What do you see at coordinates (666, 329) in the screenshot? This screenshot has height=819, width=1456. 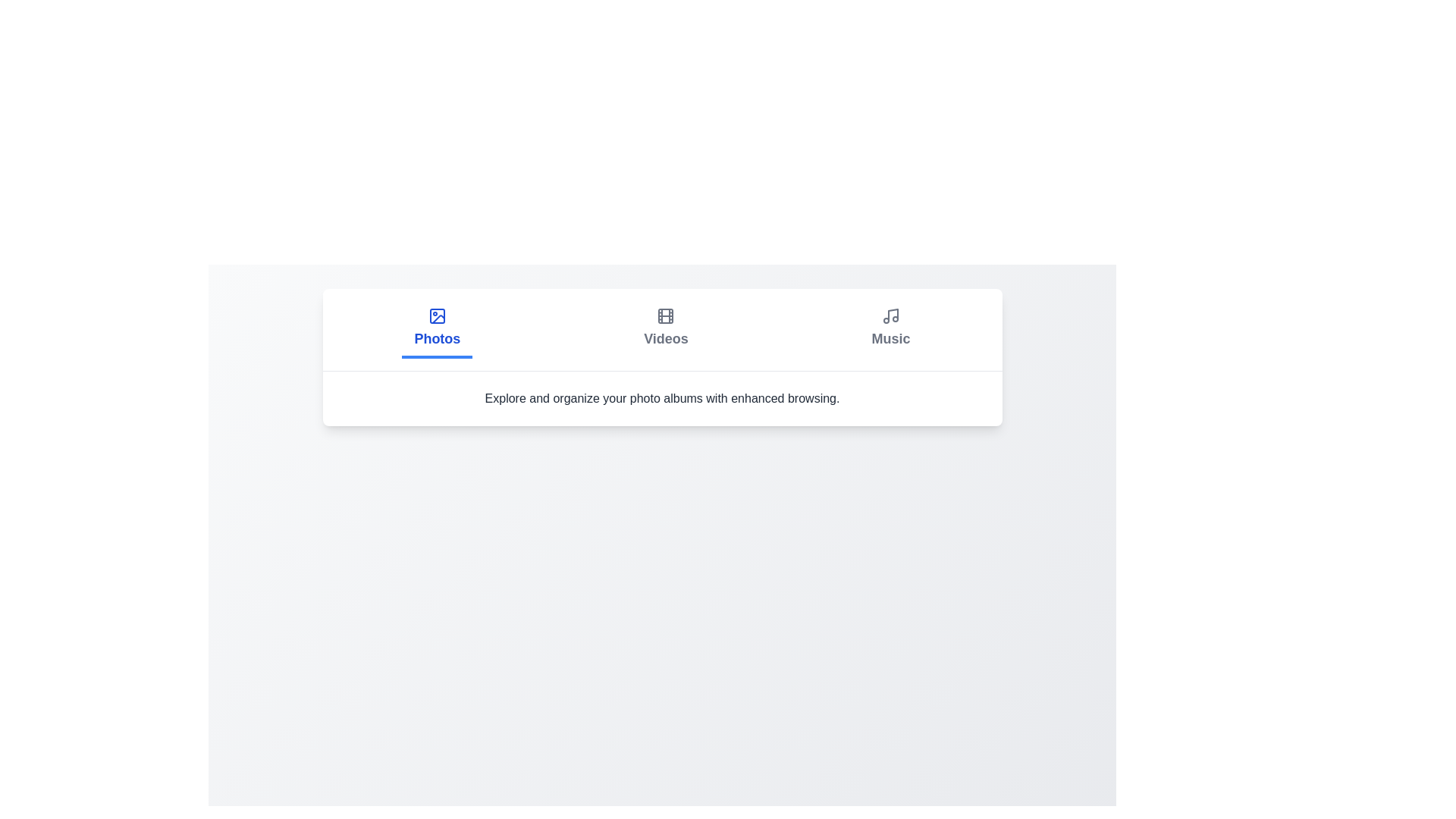 I see `the Videos tab to trigger its hover effect` at bounding box center [666, 329].